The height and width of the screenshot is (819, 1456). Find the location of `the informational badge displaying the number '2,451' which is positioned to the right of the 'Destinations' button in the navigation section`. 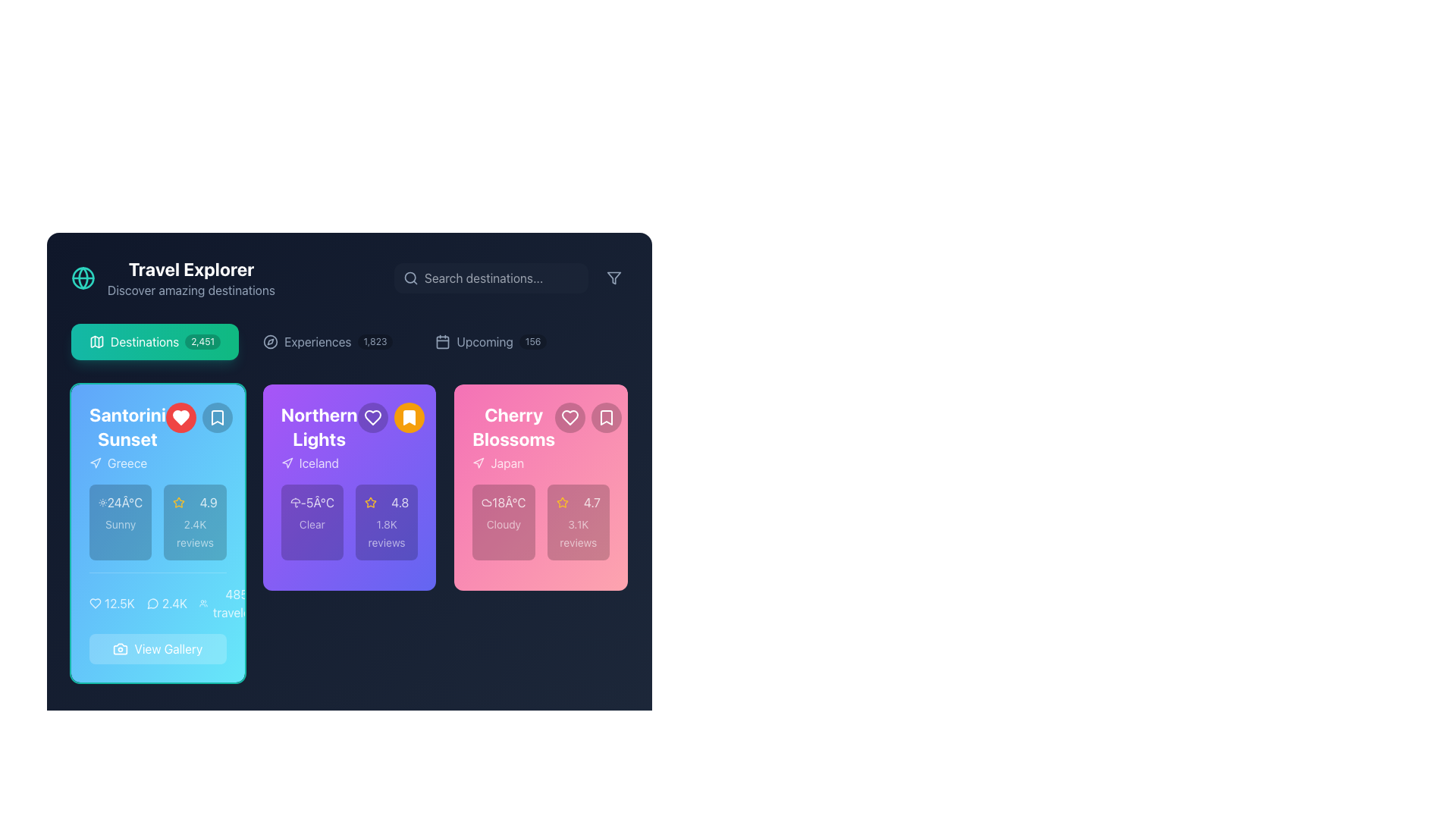

the informational badge displaying the number '2,451' which is positioned to the right of the 'Destinations' button in the navigation section is located at coordinates (202, 342).